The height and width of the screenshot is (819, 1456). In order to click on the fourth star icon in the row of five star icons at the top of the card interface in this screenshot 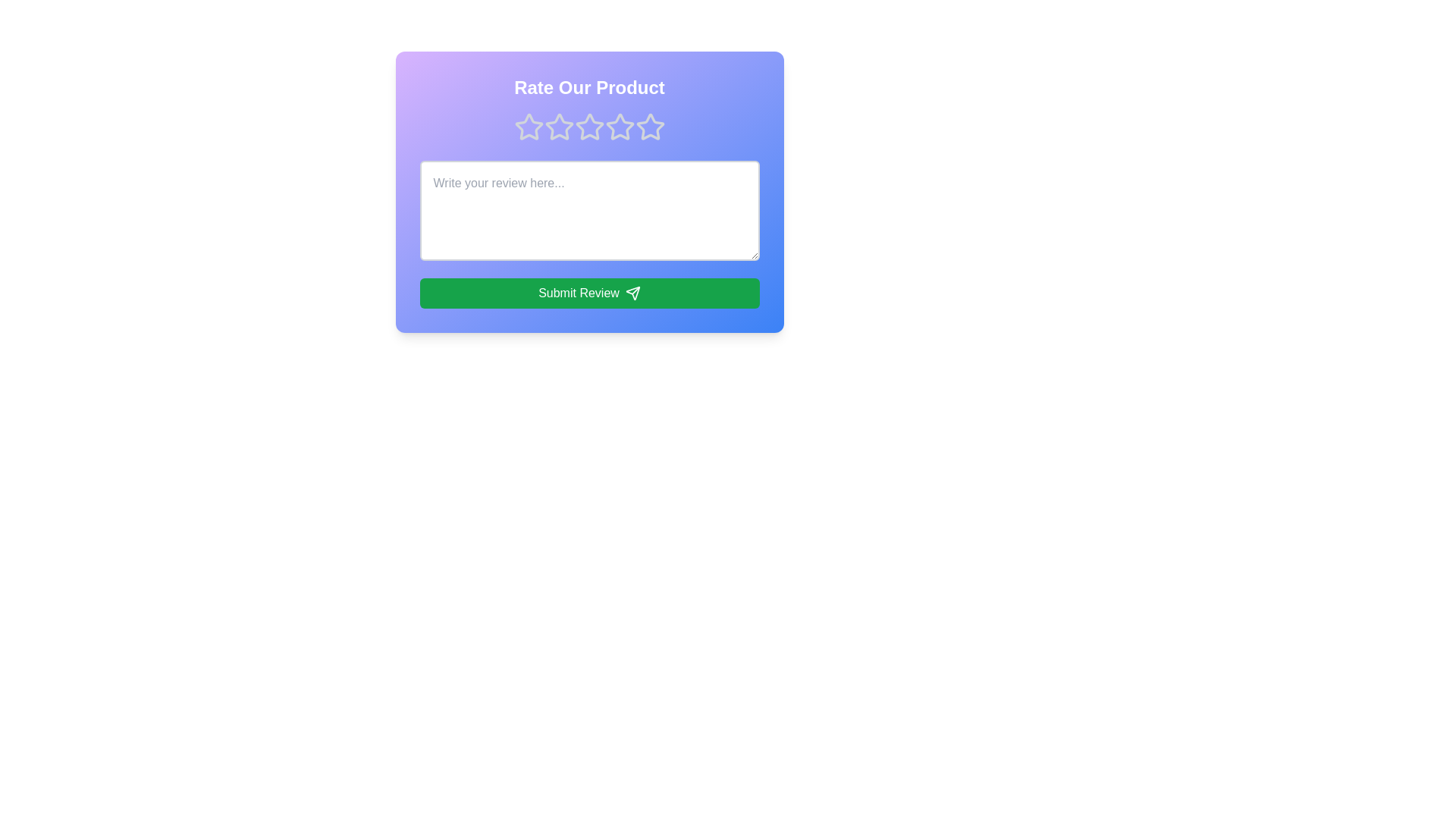, I will do `click(650, 126)`.